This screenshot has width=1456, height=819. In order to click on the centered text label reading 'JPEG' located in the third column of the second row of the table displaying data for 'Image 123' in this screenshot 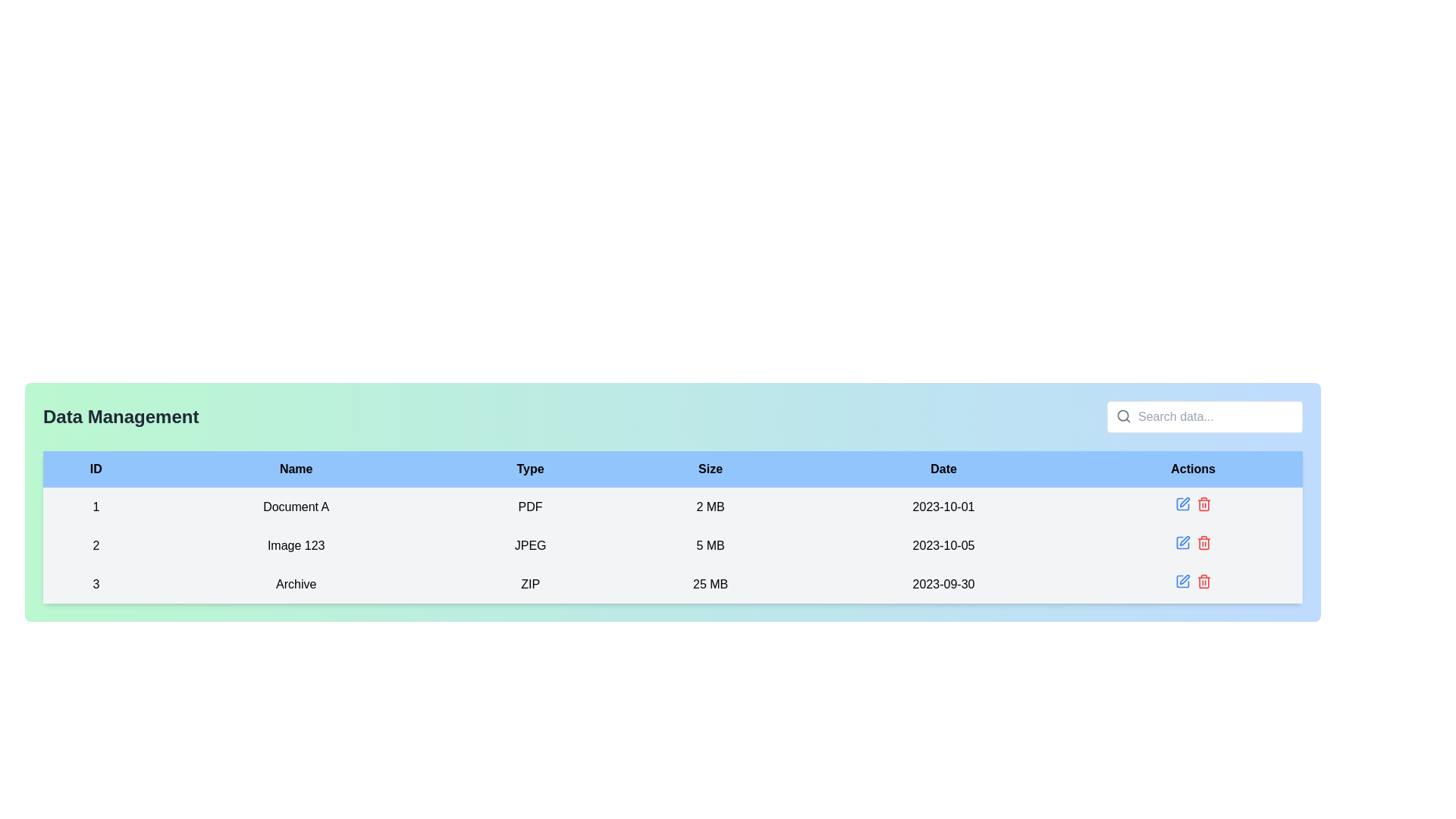, I will do `click(530, 544)`.